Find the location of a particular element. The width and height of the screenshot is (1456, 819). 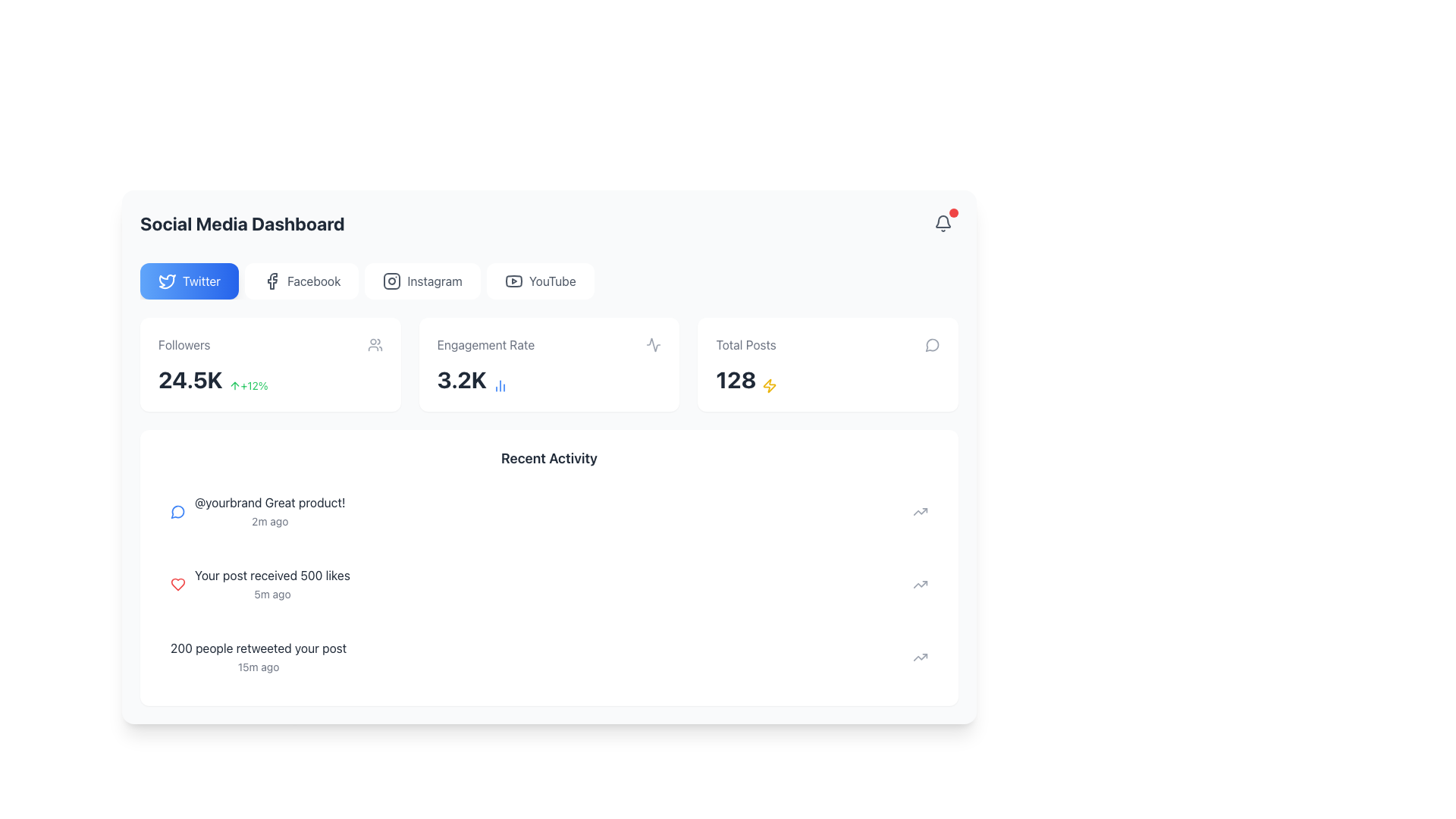

the icon located to the right of the 'Total Posts' label, which serves as a visual decoration for messages or comments is located at coordinates (931, 345).